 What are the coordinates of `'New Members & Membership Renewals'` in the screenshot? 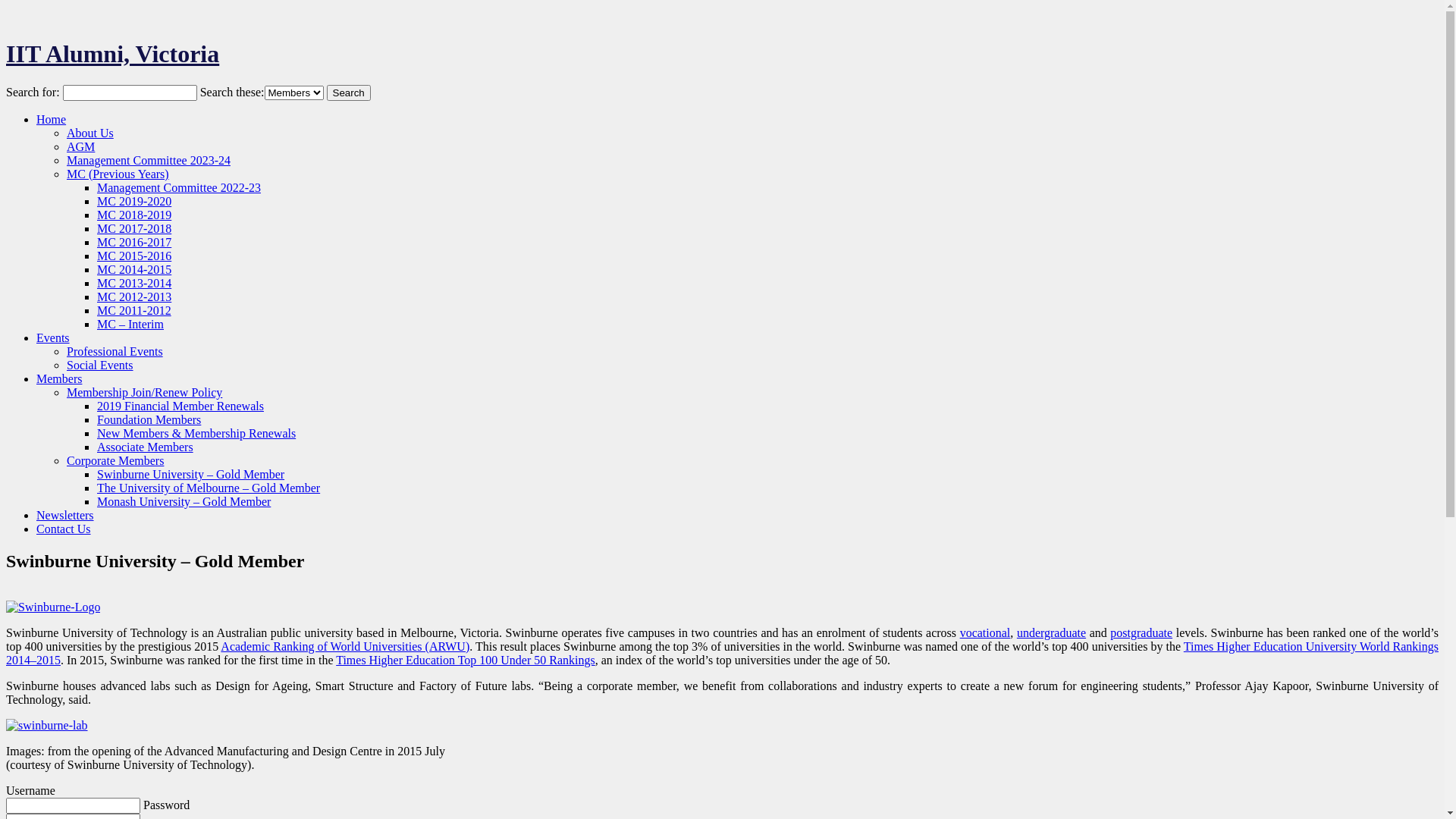 It's located at (196, 433).